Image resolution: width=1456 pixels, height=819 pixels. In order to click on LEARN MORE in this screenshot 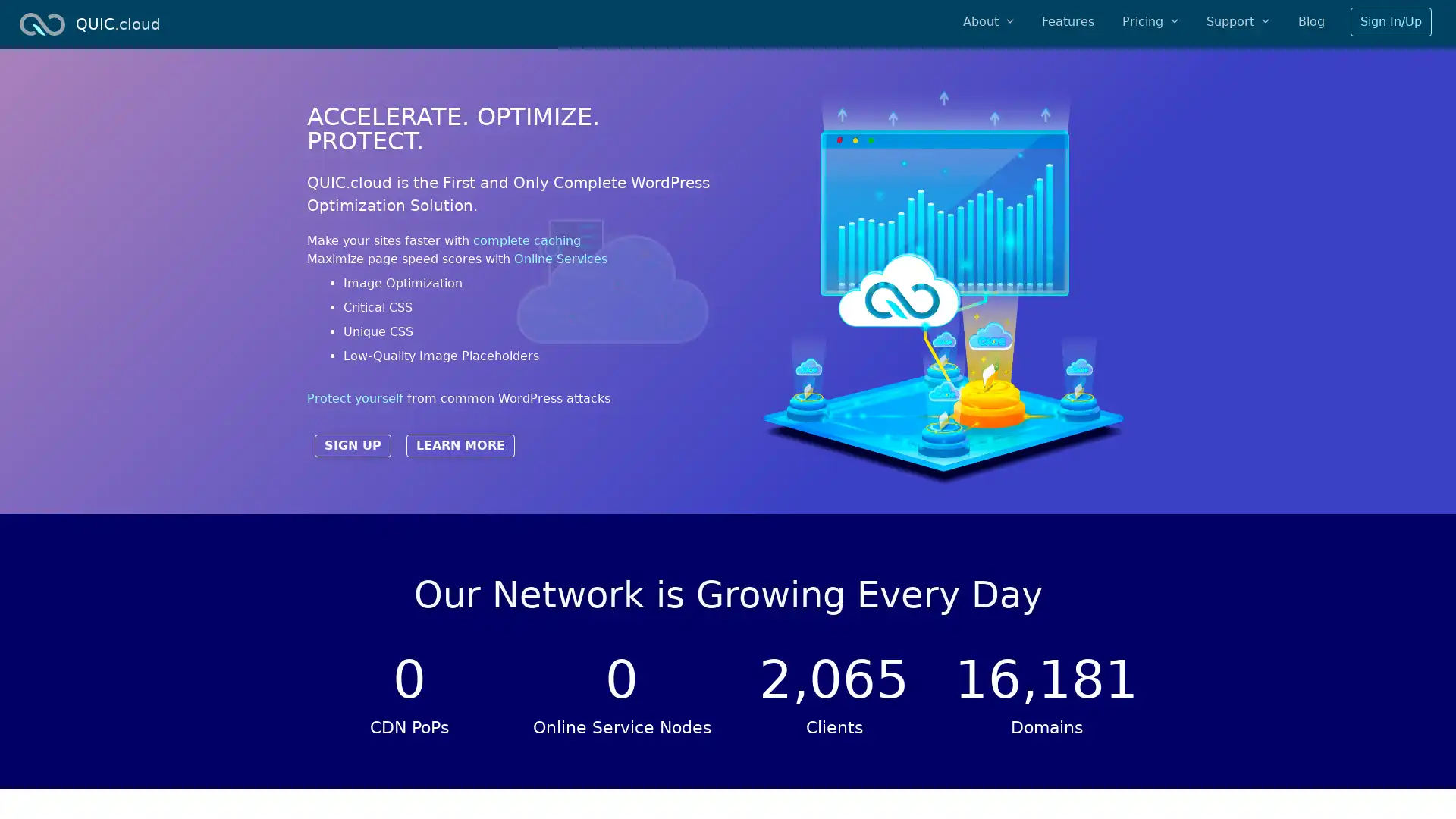, I will do `click(460, 444)`.